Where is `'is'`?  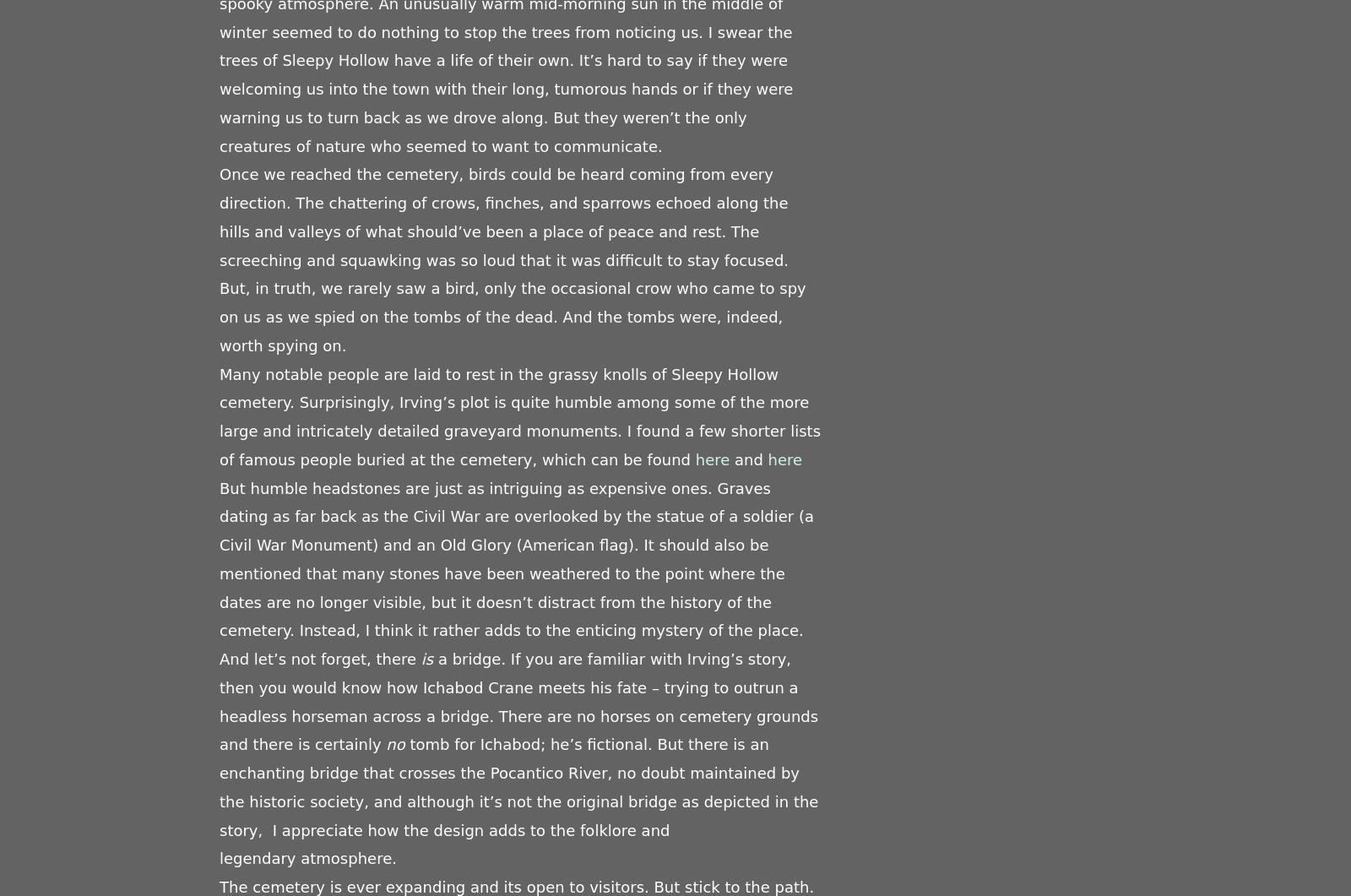
'is' is located at coordinates (426, 659).